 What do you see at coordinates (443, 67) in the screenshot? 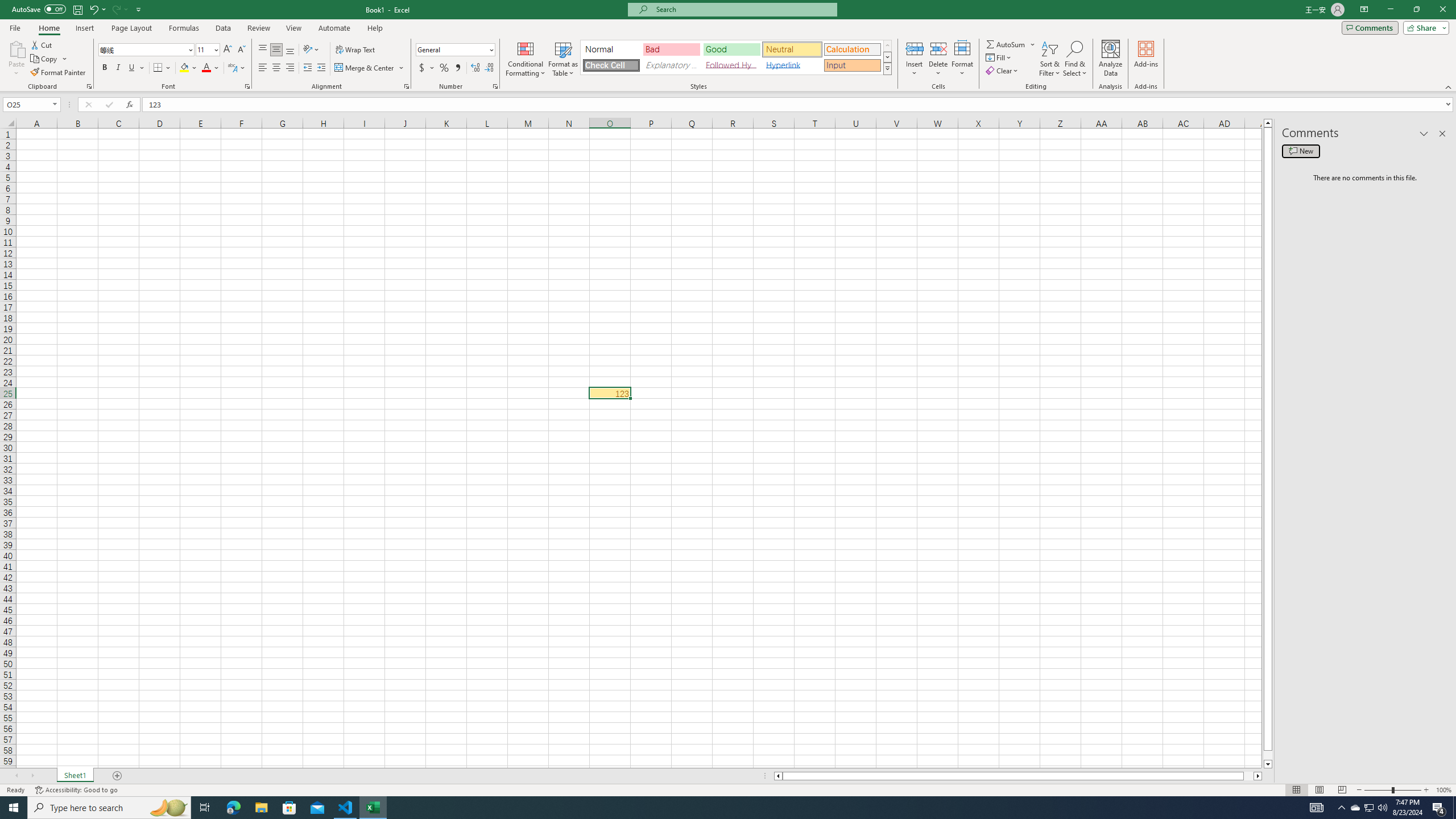
I see `'Percent Style'` at bounding box center [443, 67].